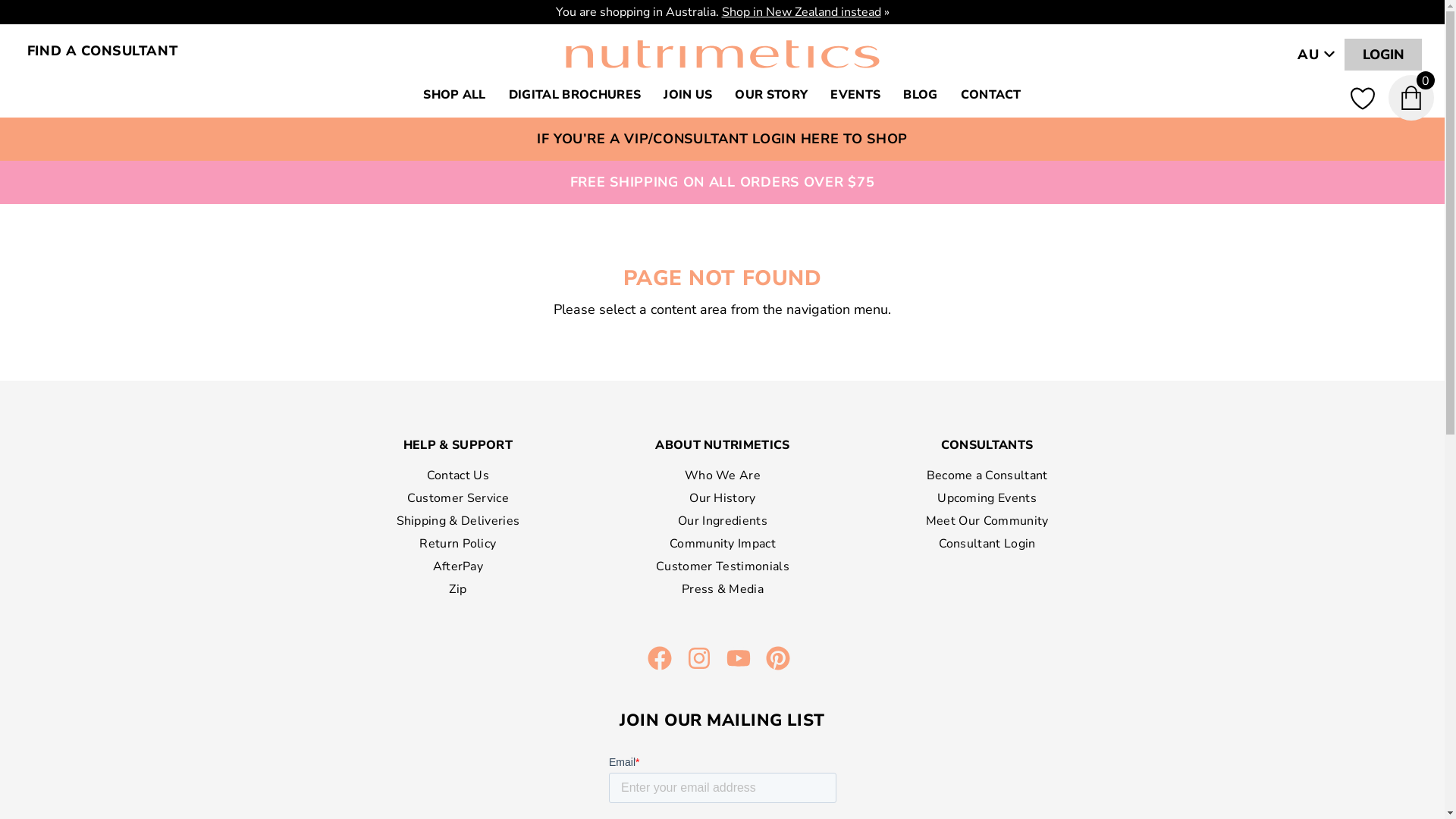  What do you see at coordinates (574, 94) in the screenshot?
I see `'DIGITAL BROCHURES'` at bounding box center [574, 94].